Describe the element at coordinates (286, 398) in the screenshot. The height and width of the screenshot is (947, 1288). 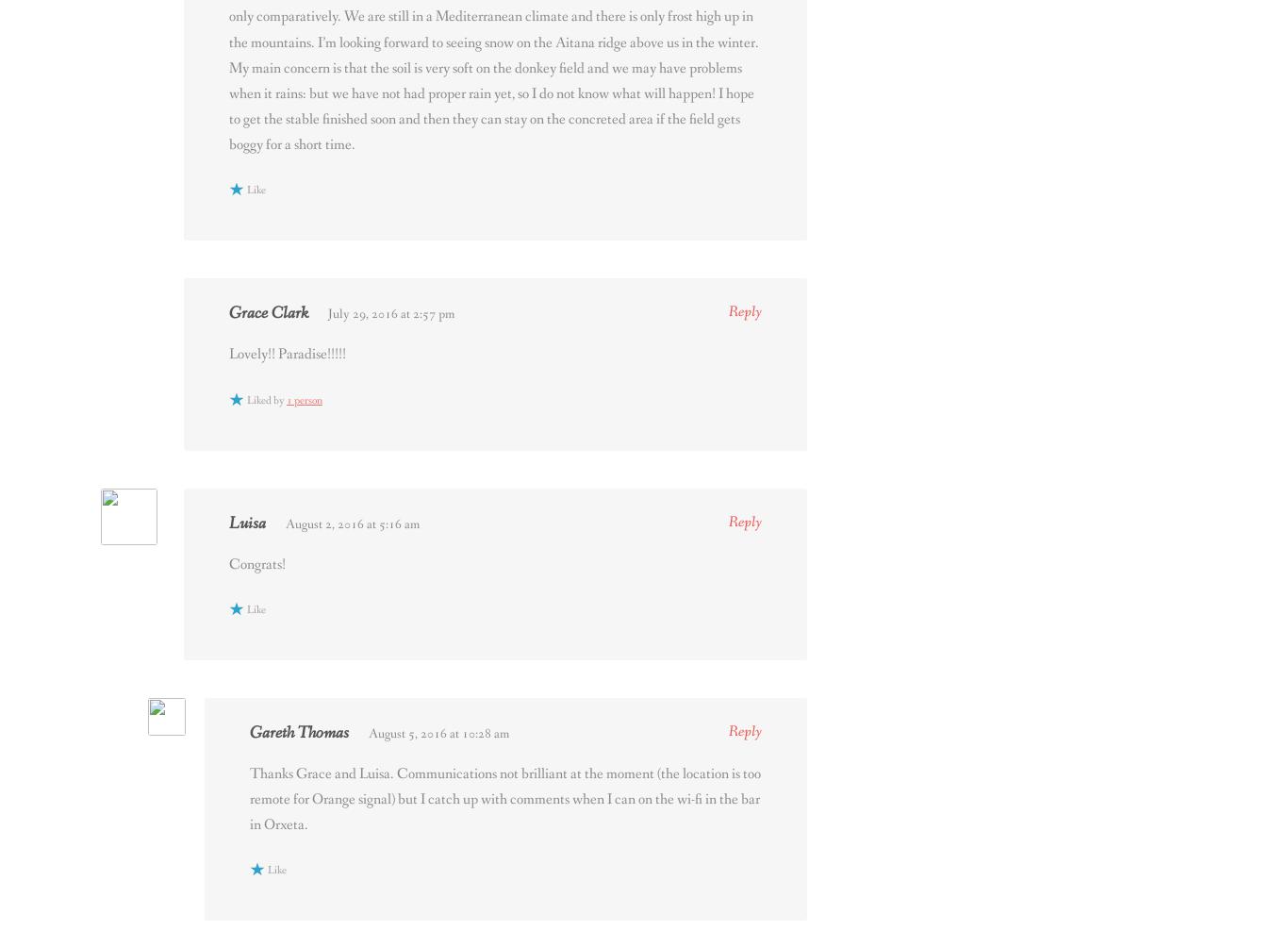
I see `'1 person'` at that location.